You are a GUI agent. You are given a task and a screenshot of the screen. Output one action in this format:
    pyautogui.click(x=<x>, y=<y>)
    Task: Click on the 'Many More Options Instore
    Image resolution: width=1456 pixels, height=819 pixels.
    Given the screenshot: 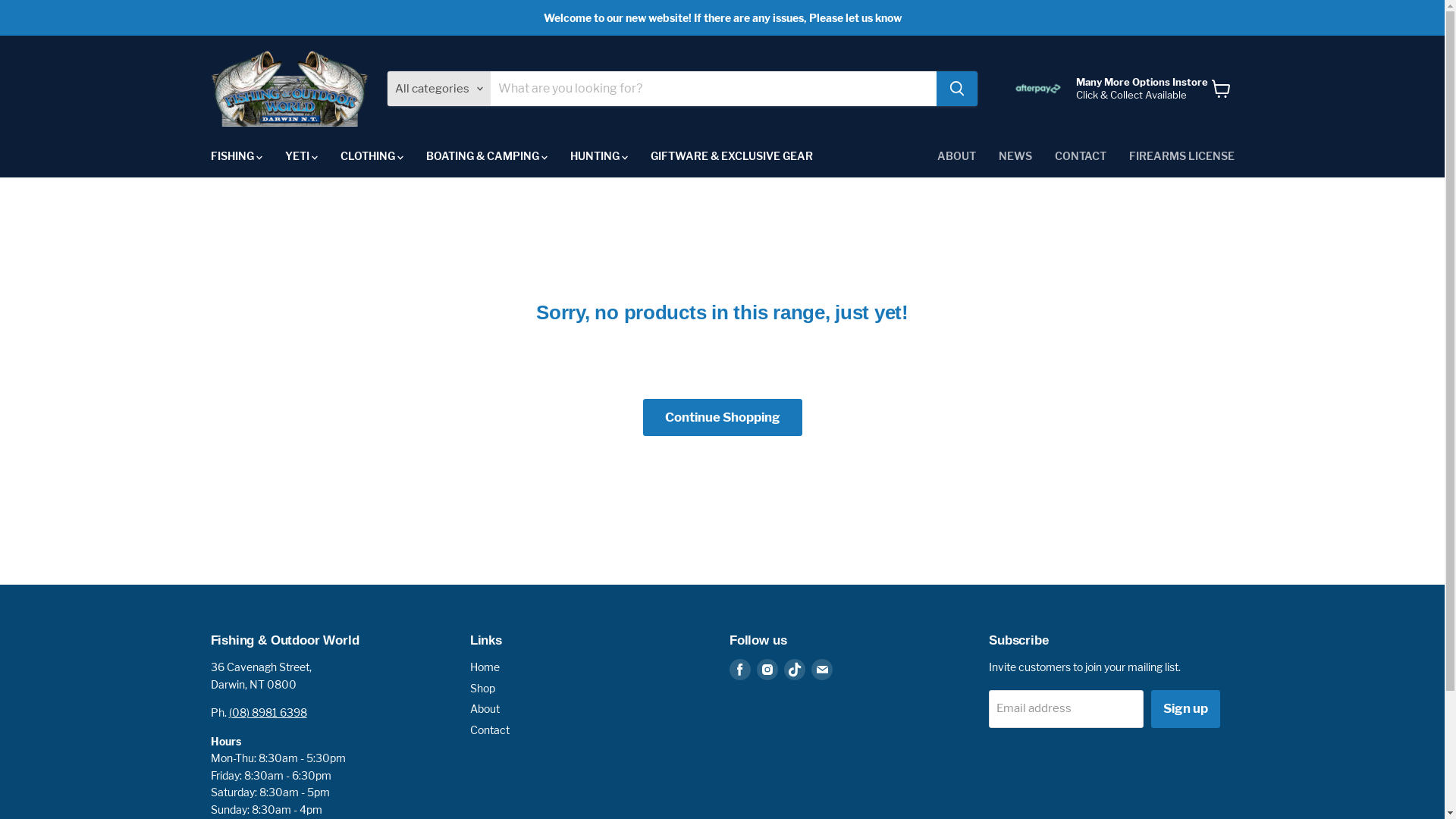 What is the action you would take?
    pyautogui.click(x=1106, y=88)
    